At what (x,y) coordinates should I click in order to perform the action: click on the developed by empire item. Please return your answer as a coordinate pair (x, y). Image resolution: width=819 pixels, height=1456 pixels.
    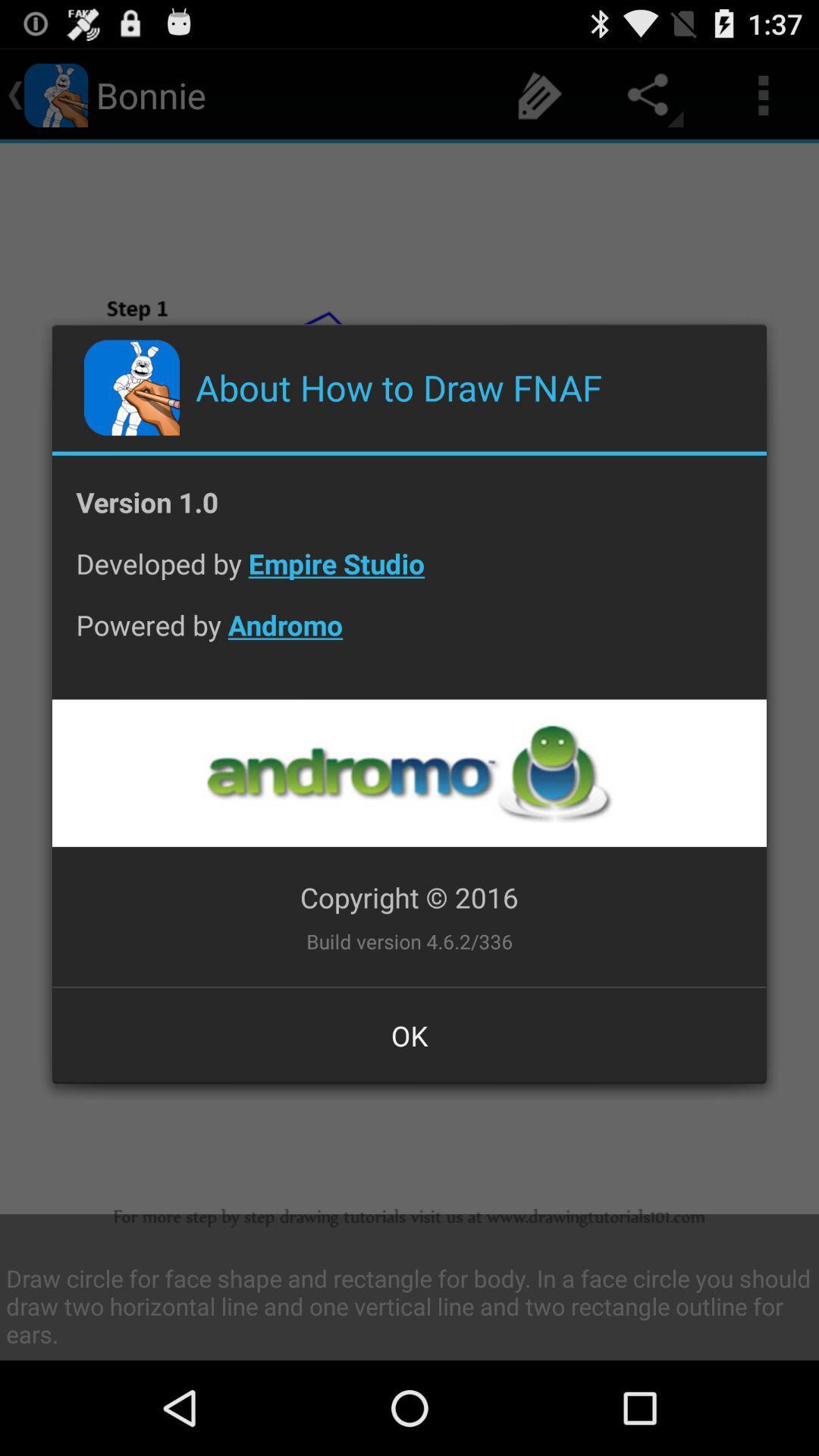
    Looking at the image, I should click on (409, 574).